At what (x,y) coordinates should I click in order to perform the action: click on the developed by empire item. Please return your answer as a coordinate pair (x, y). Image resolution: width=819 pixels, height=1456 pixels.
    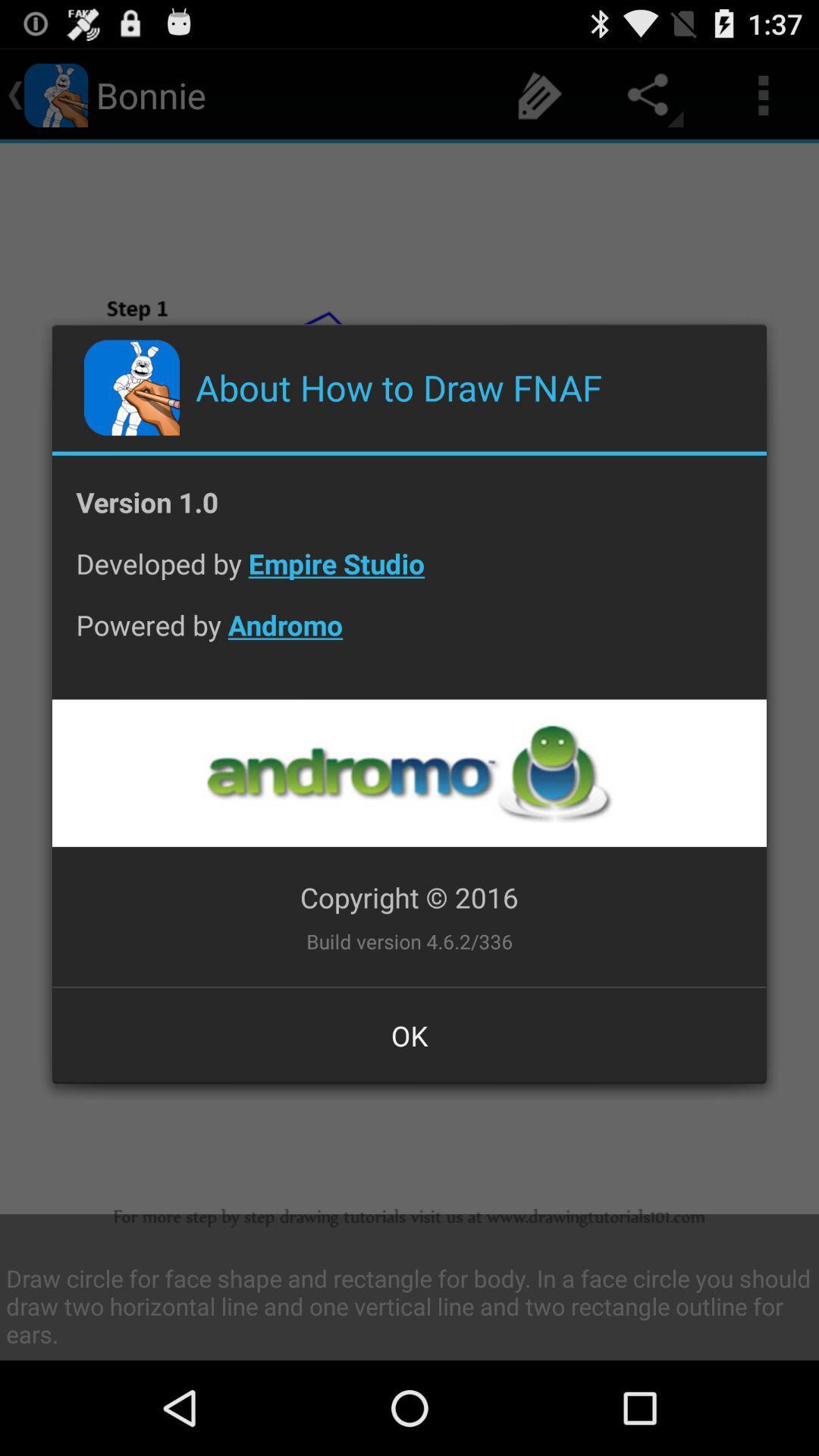
    Looking at the image, I should click on (409, 574).